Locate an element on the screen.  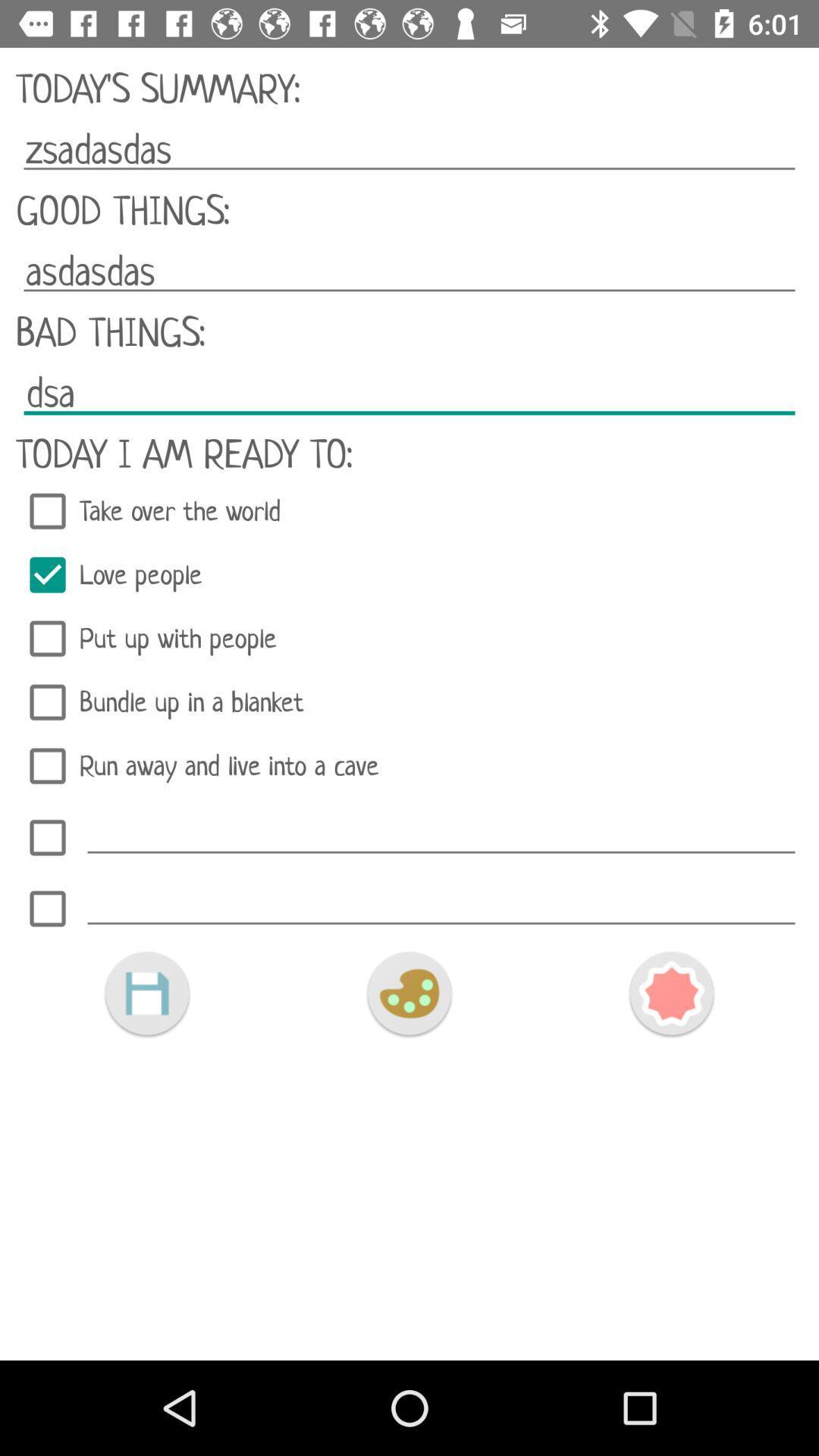
check off is located at coordinates (46, 836).